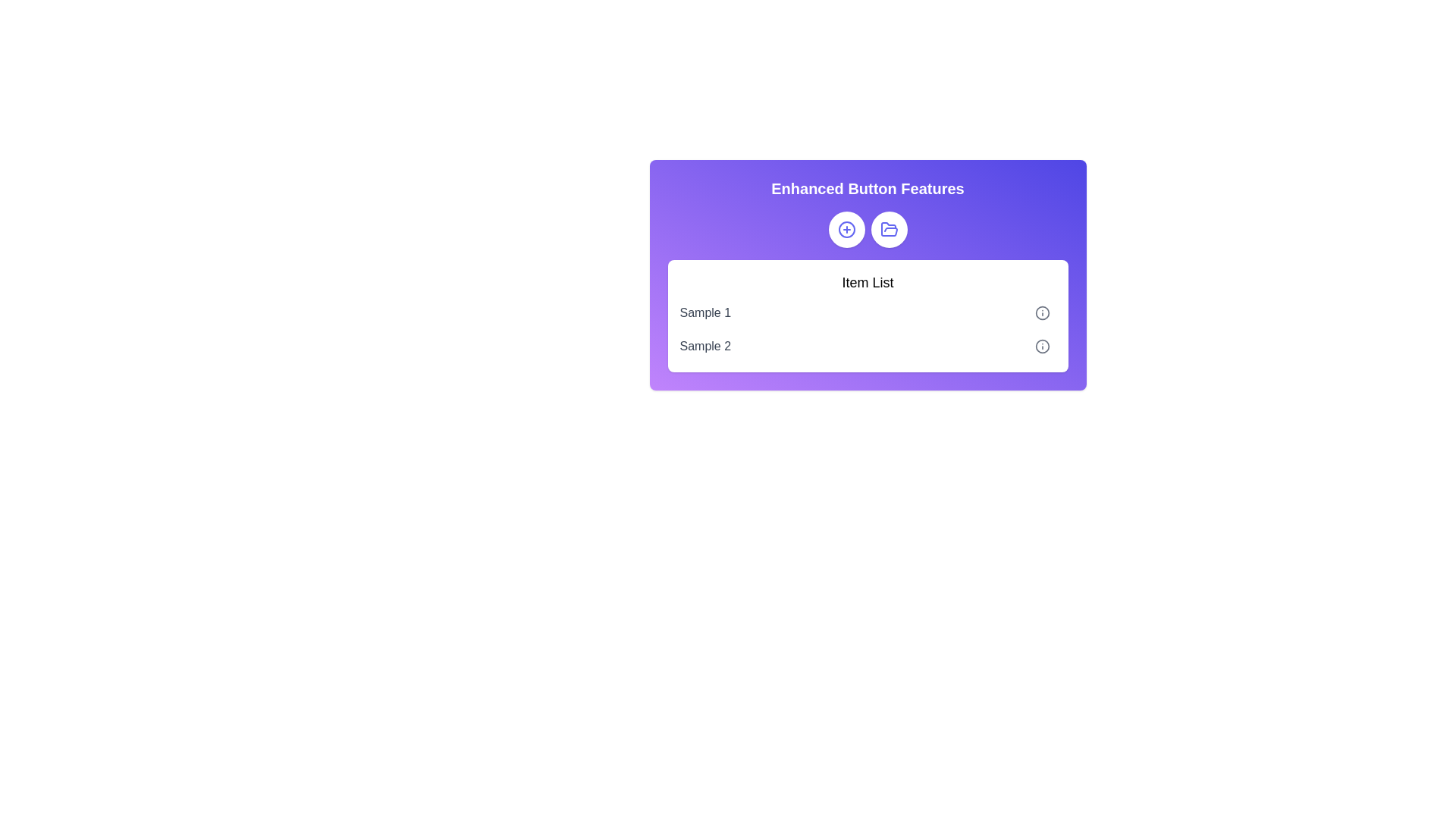  What do you see at coordinates (1041, 346) in the screenshot?
I see `the circular icon with a thin outline located to the right of the 'Item List' section in the interface` at bounding box center [1041, 346].